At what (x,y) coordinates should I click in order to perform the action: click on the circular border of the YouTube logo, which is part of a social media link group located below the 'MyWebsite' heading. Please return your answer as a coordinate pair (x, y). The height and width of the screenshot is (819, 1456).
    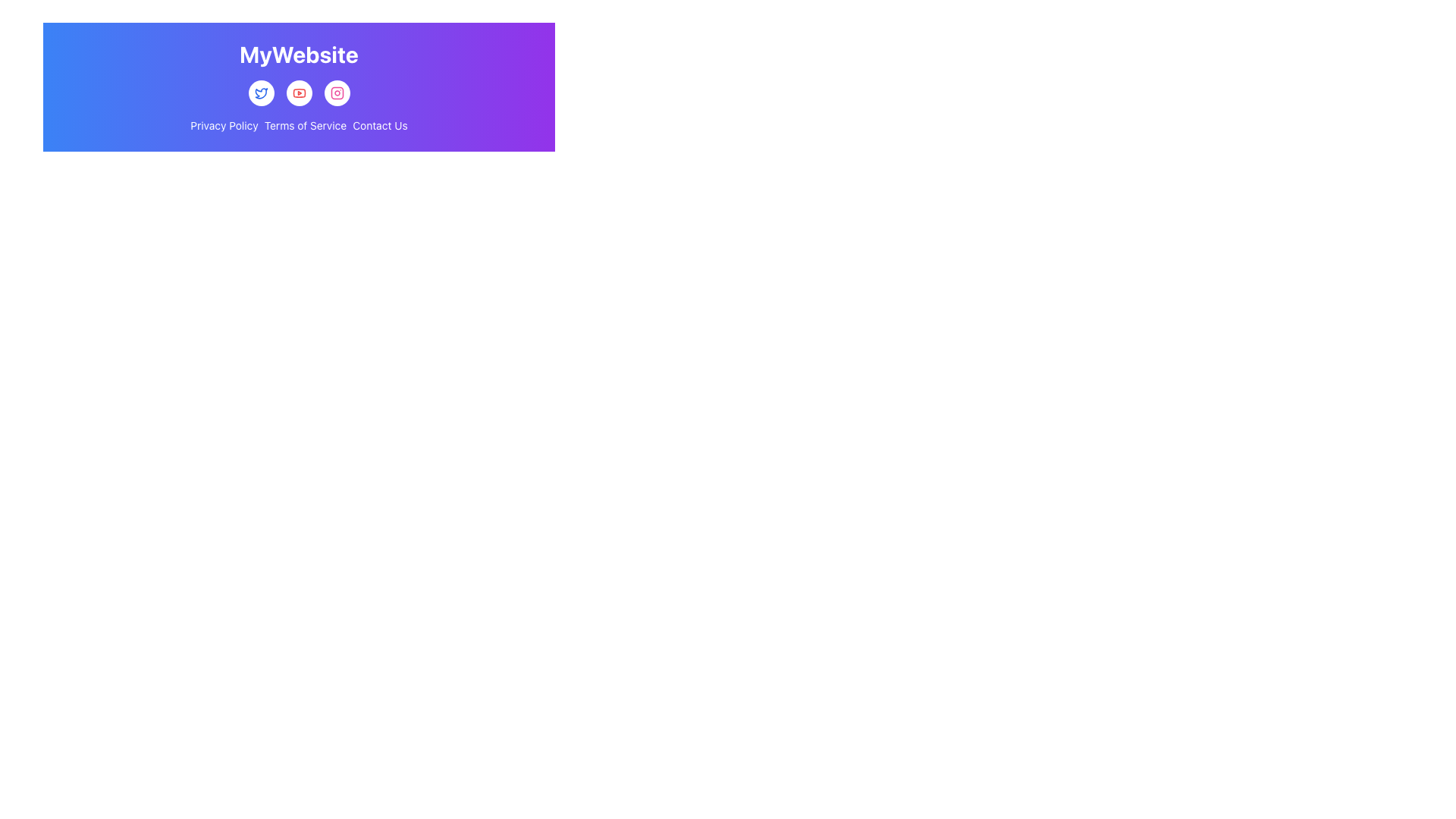
    Looking at the image, I should click on (299, 93).